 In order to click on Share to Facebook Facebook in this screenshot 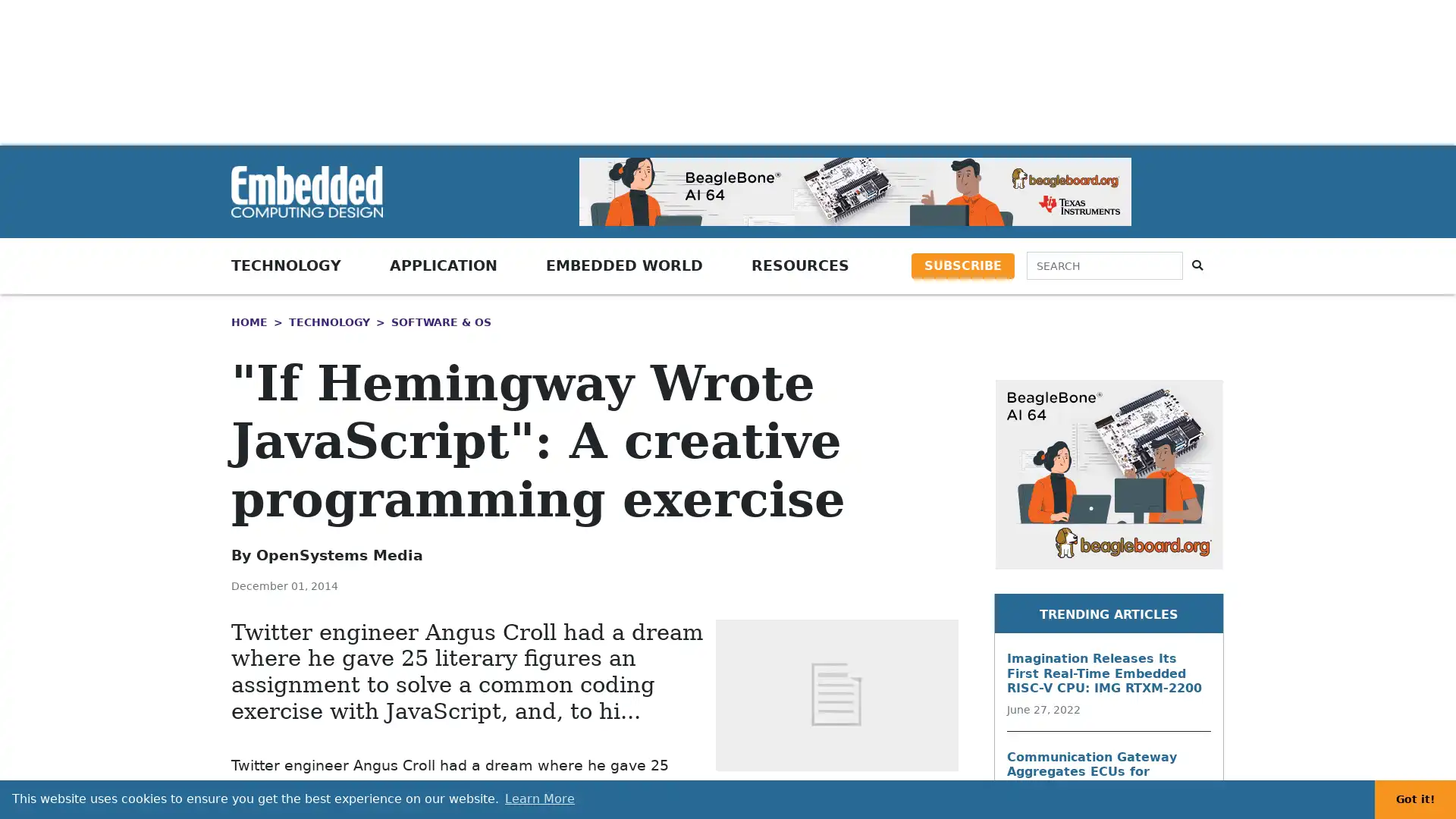, I will do `click(438, 564)`.